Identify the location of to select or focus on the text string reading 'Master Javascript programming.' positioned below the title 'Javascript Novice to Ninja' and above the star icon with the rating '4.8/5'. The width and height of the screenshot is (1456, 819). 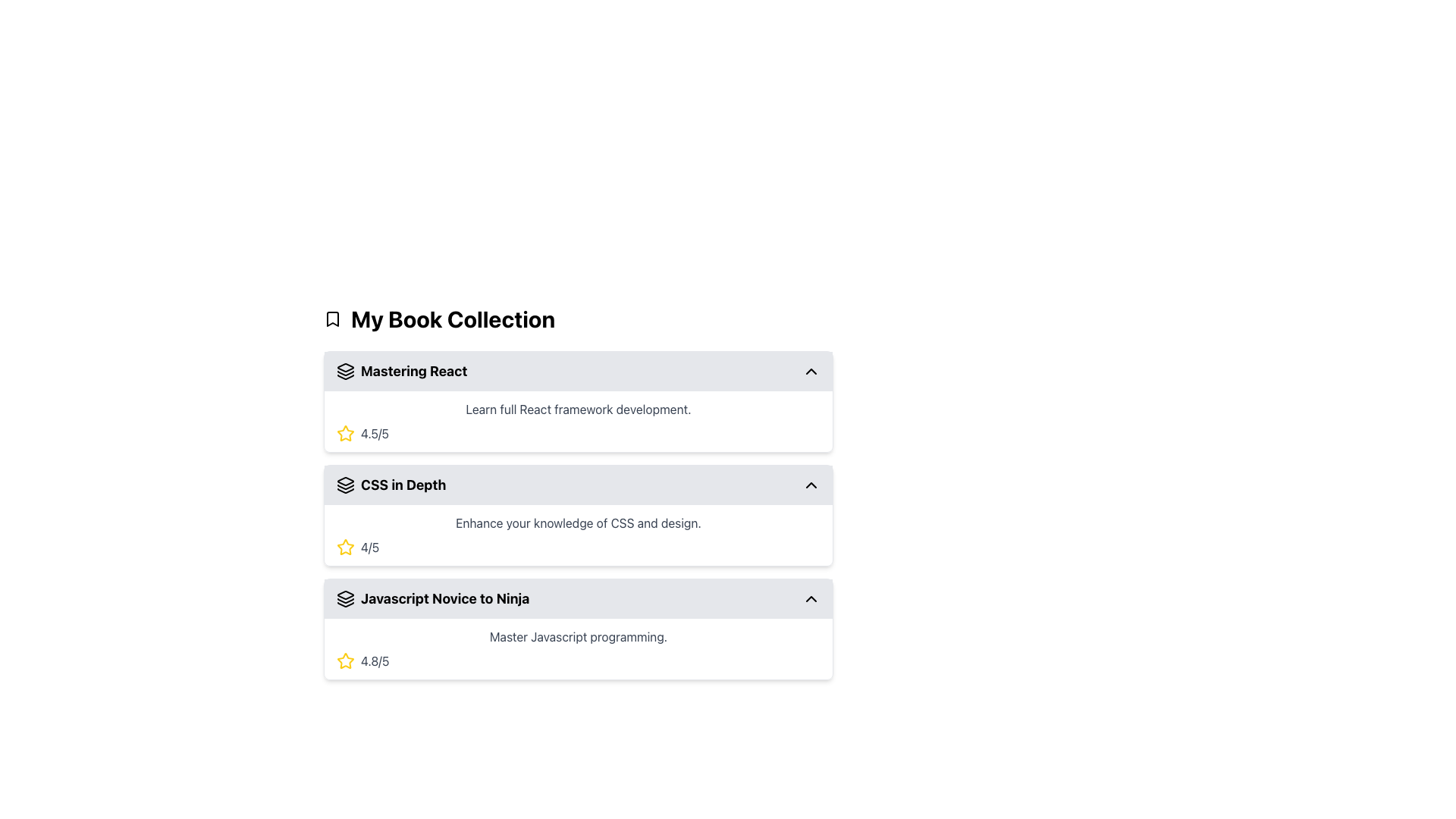
(578, 637).